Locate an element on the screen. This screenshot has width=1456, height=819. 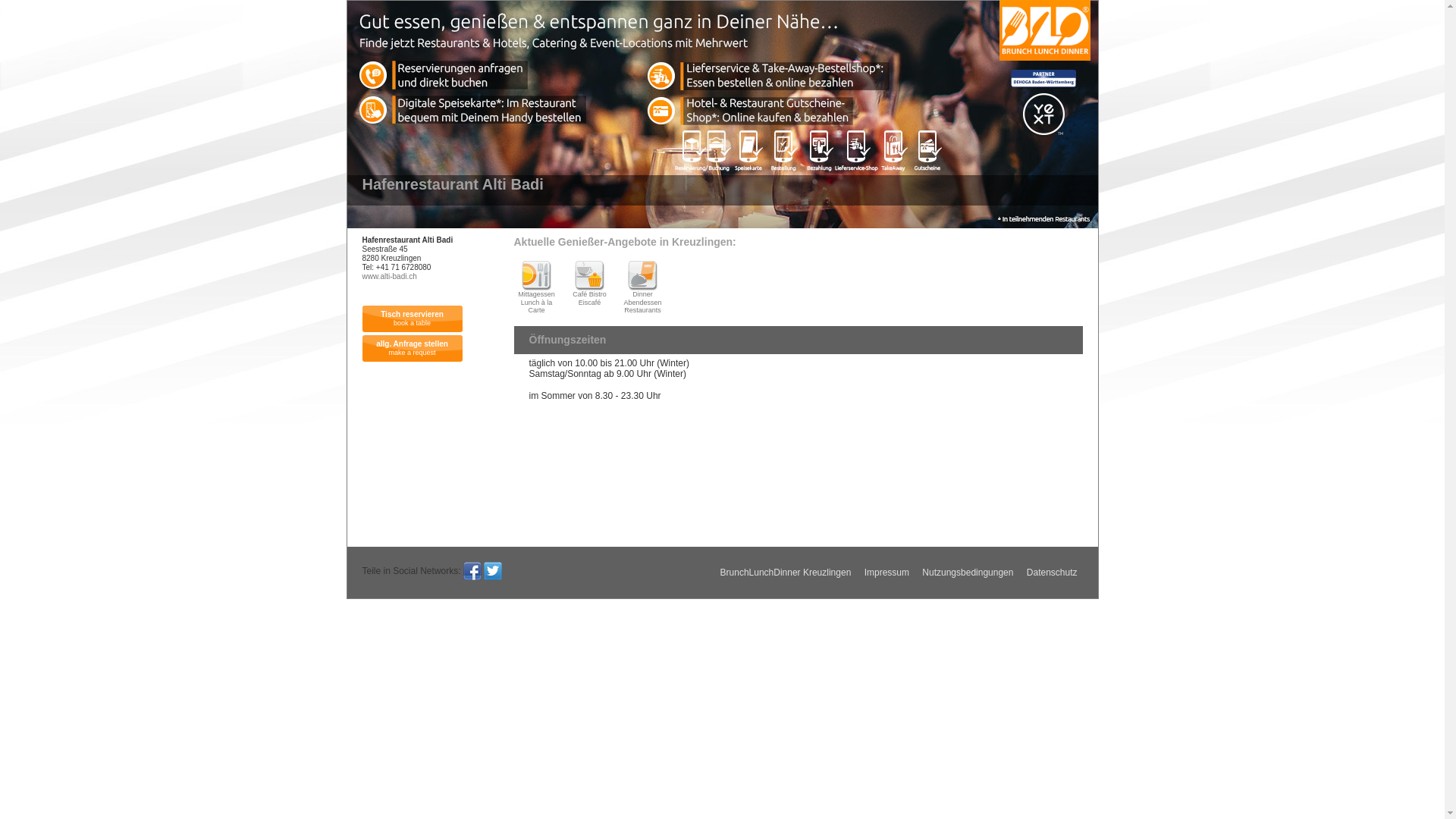
' Dinner Abendessen Restaurants' is located at coordinates (643, 287).